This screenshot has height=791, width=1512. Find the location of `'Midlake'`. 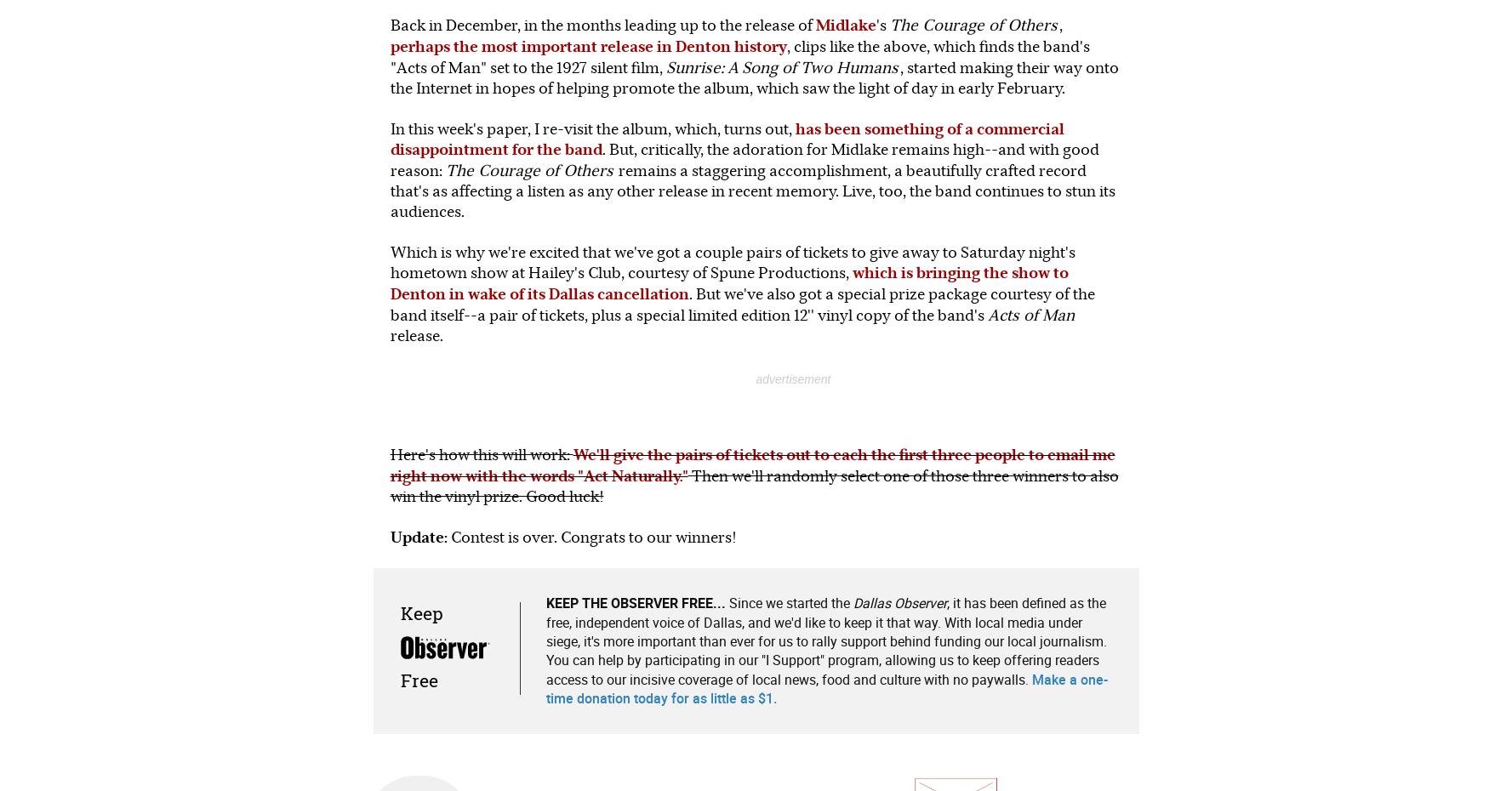

'Midlake' is located at coordinates (844, 24).